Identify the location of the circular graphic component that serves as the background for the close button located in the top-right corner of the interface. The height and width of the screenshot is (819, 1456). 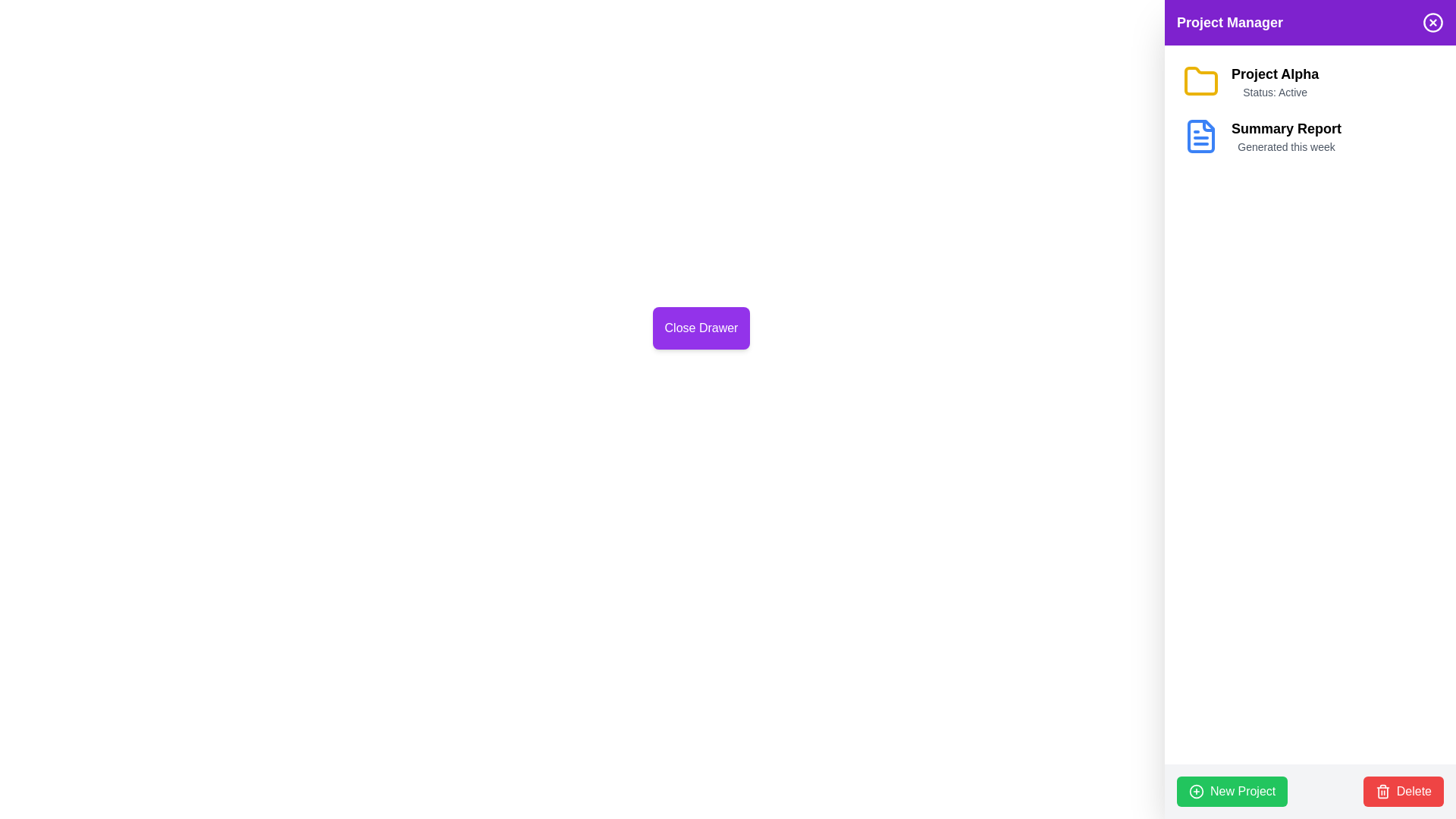
(1432, 22).